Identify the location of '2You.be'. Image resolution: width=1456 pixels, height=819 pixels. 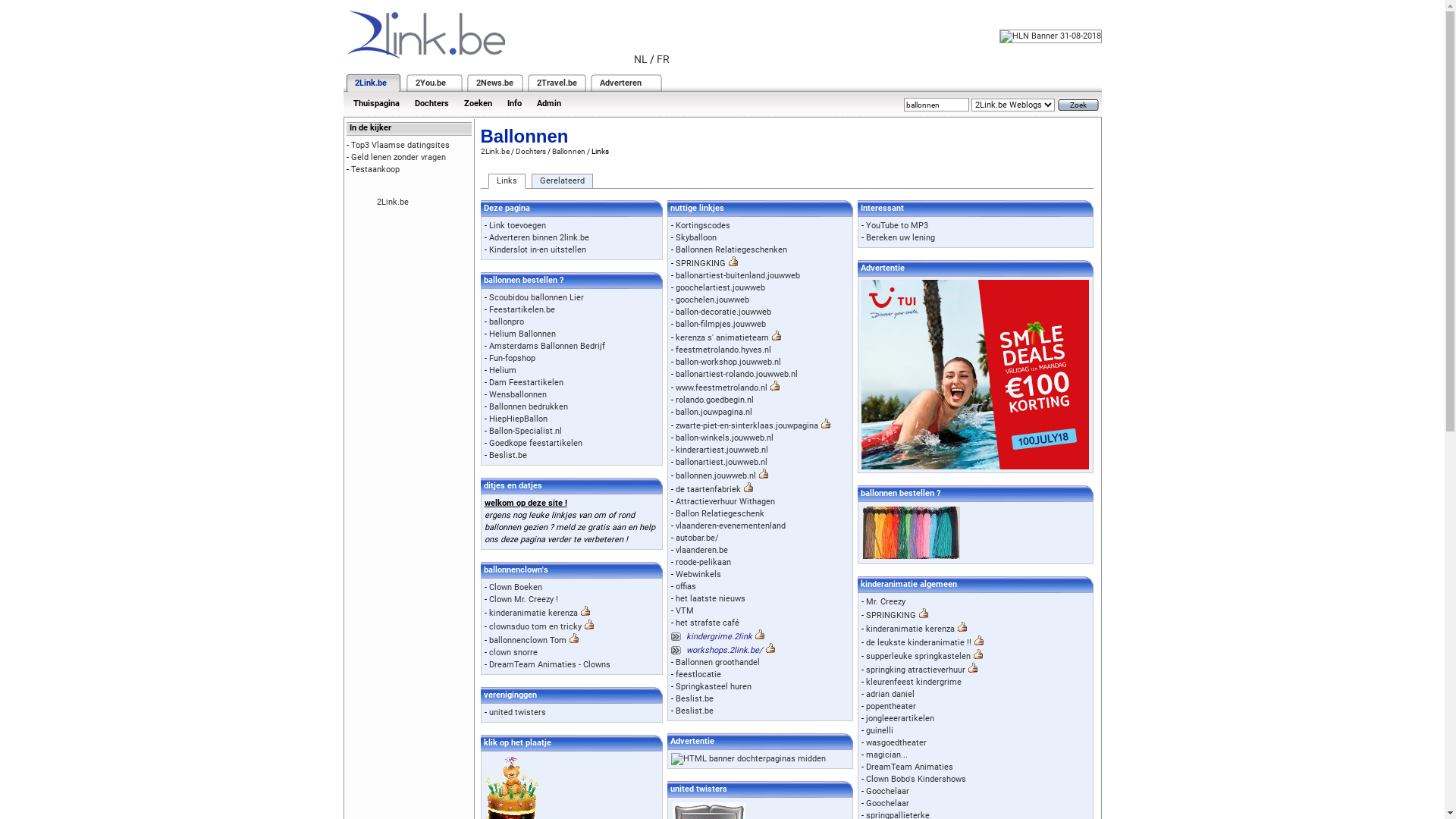
(429, 83).